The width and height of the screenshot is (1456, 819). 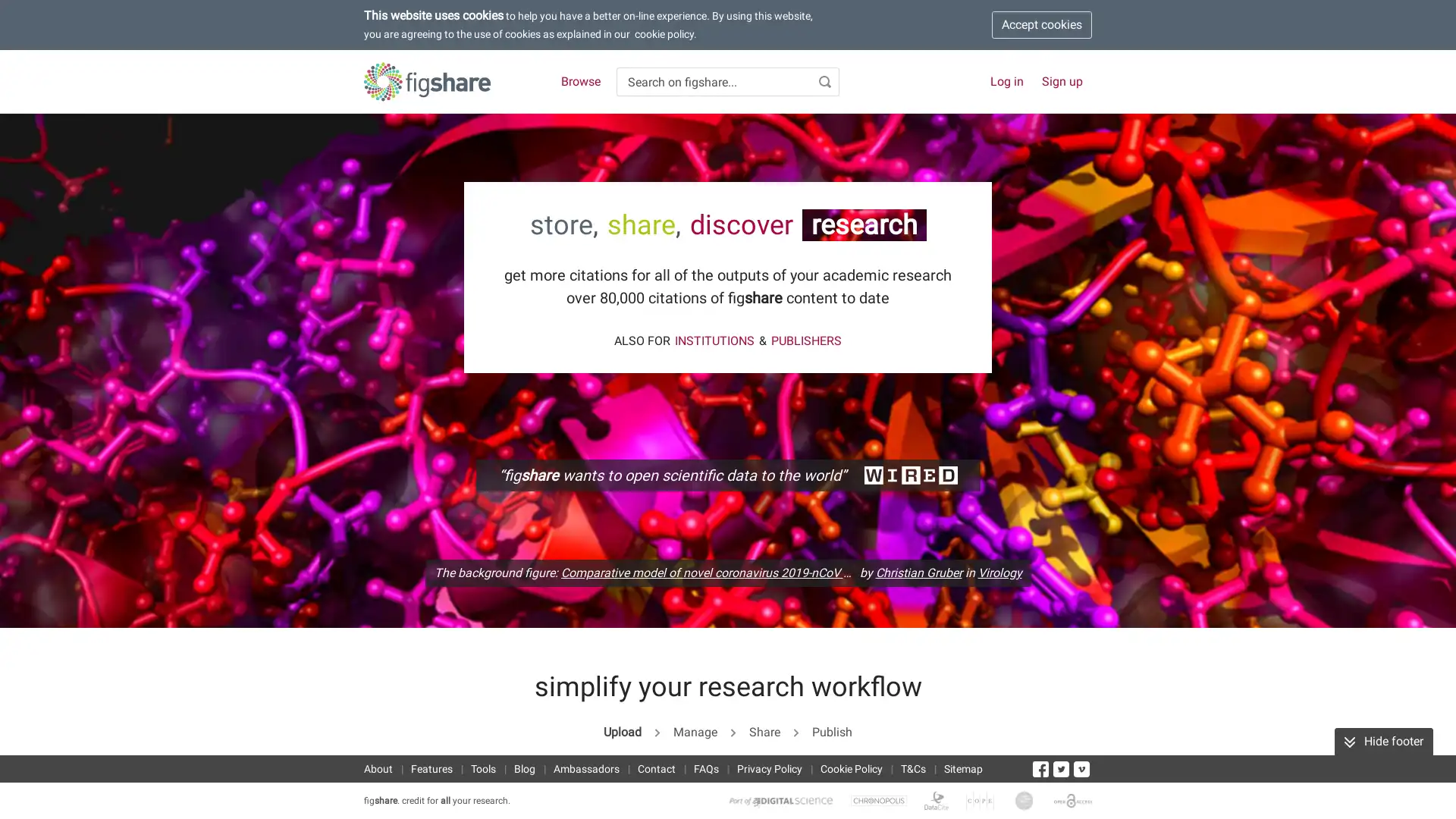 I want to click on Publish, so click(x=831, y=731).